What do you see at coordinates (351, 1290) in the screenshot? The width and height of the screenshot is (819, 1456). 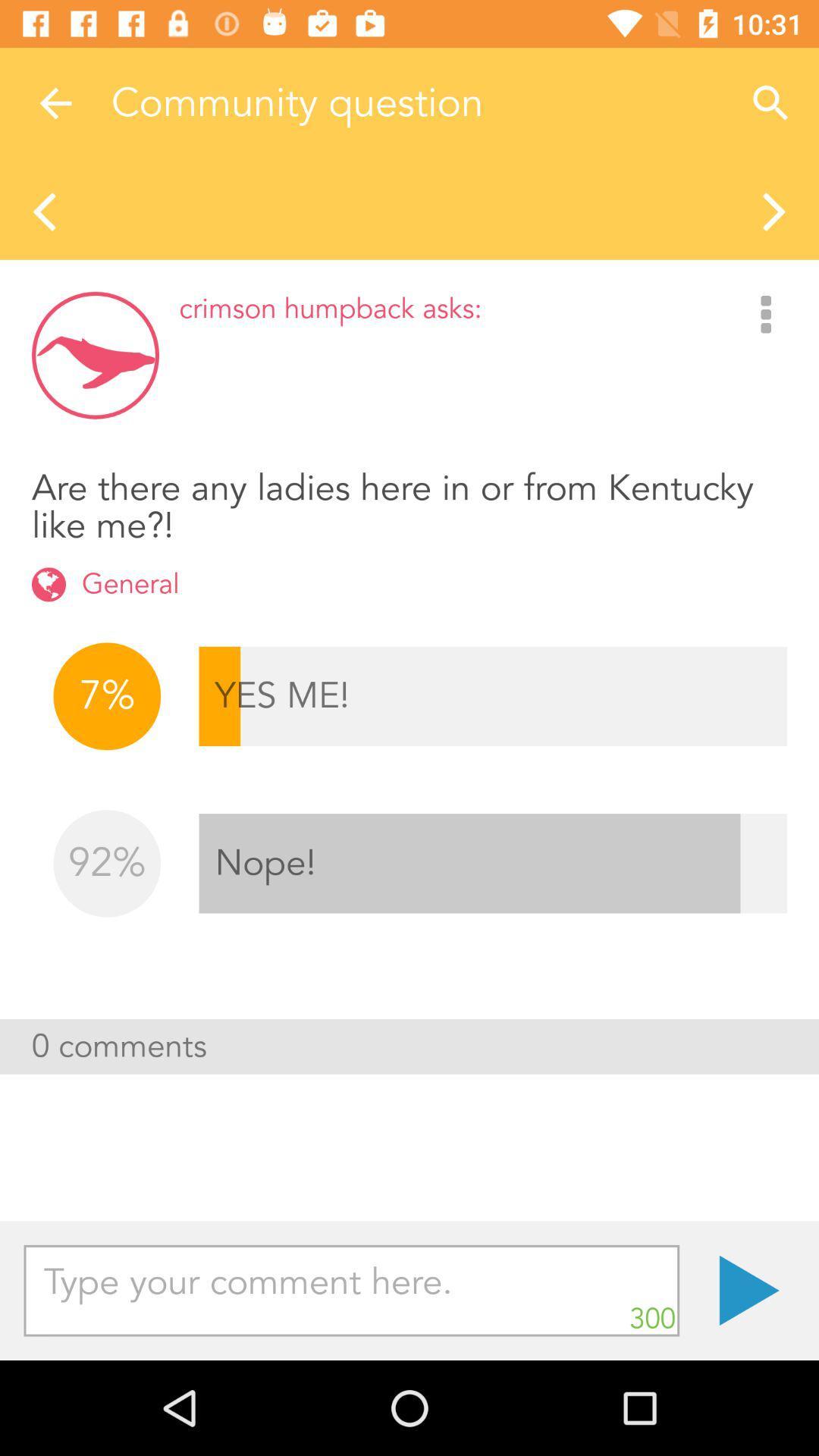 I see `the item next to the . item` at bounding box center [351, 1290].